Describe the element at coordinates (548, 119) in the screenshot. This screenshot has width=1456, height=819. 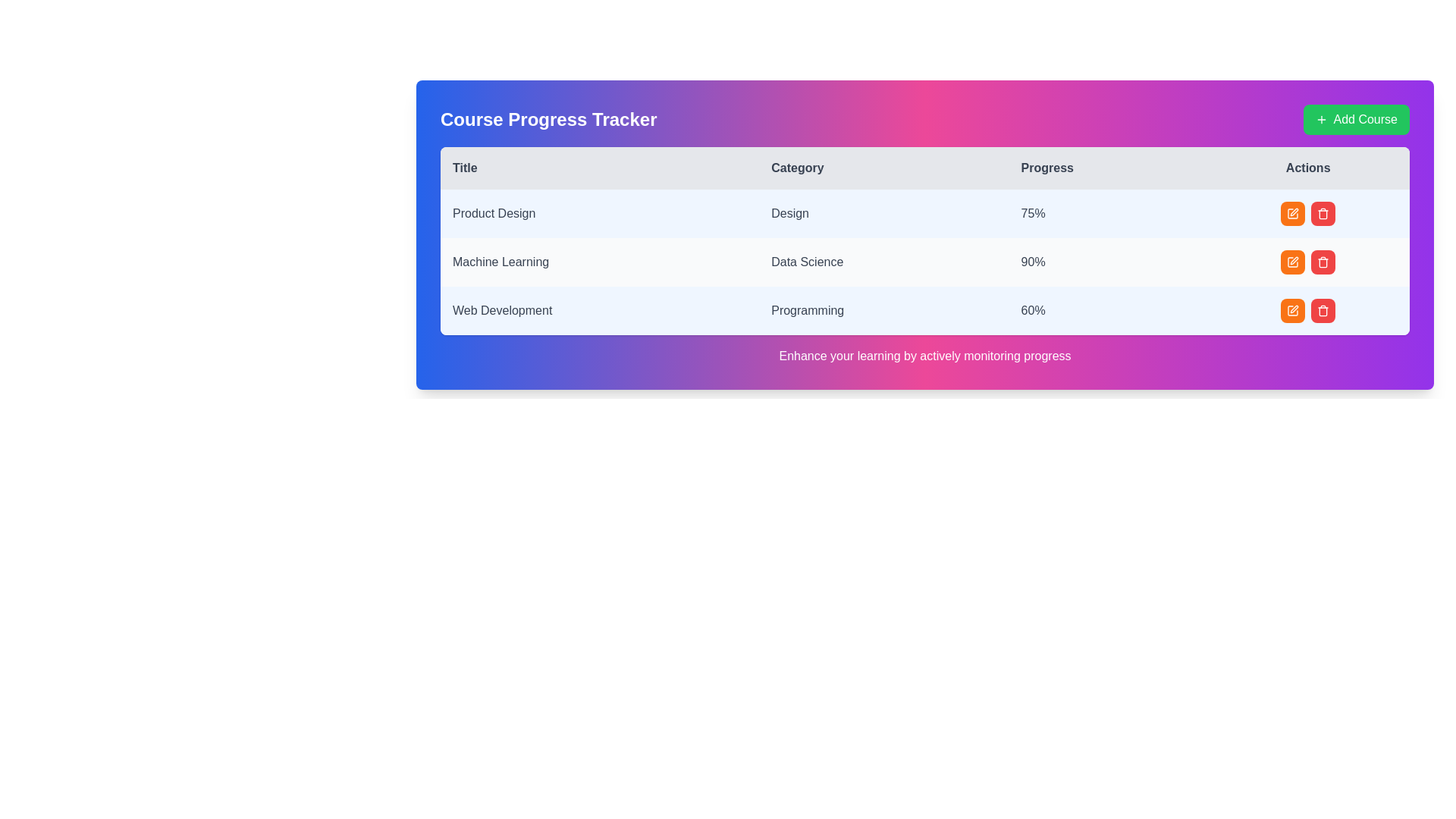
I see `the bold header text 'Course Progress Tracker' that is prominently displayed on a blue-to-pink gradient background, located towards the top-left corner of the page` at that location.